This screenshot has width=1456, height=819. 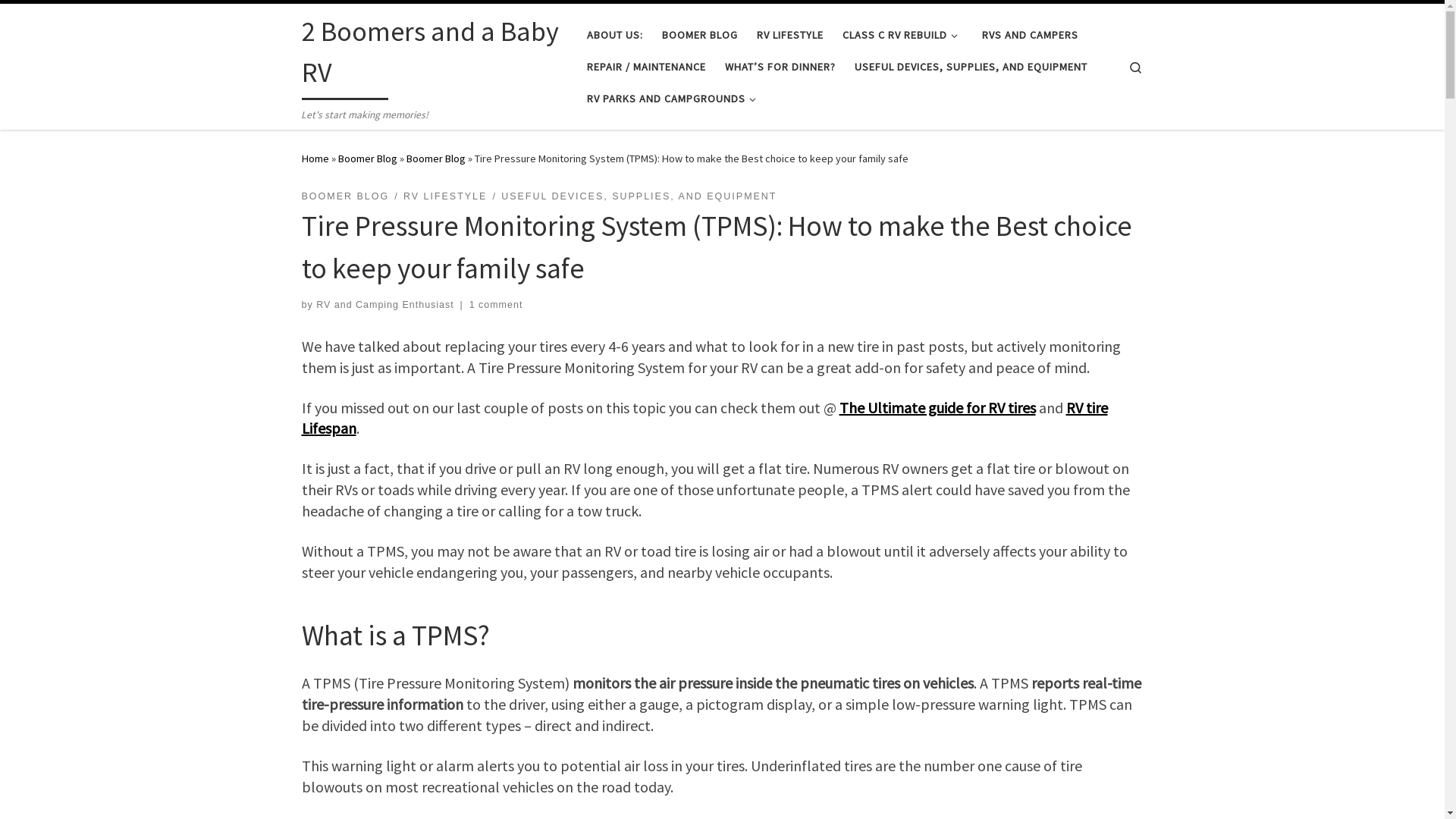 What do you see at coordinates (936, 406) in the screenshot?
I see `'The Ultimate guide for RV tires'` at bounding box center [936, 406].